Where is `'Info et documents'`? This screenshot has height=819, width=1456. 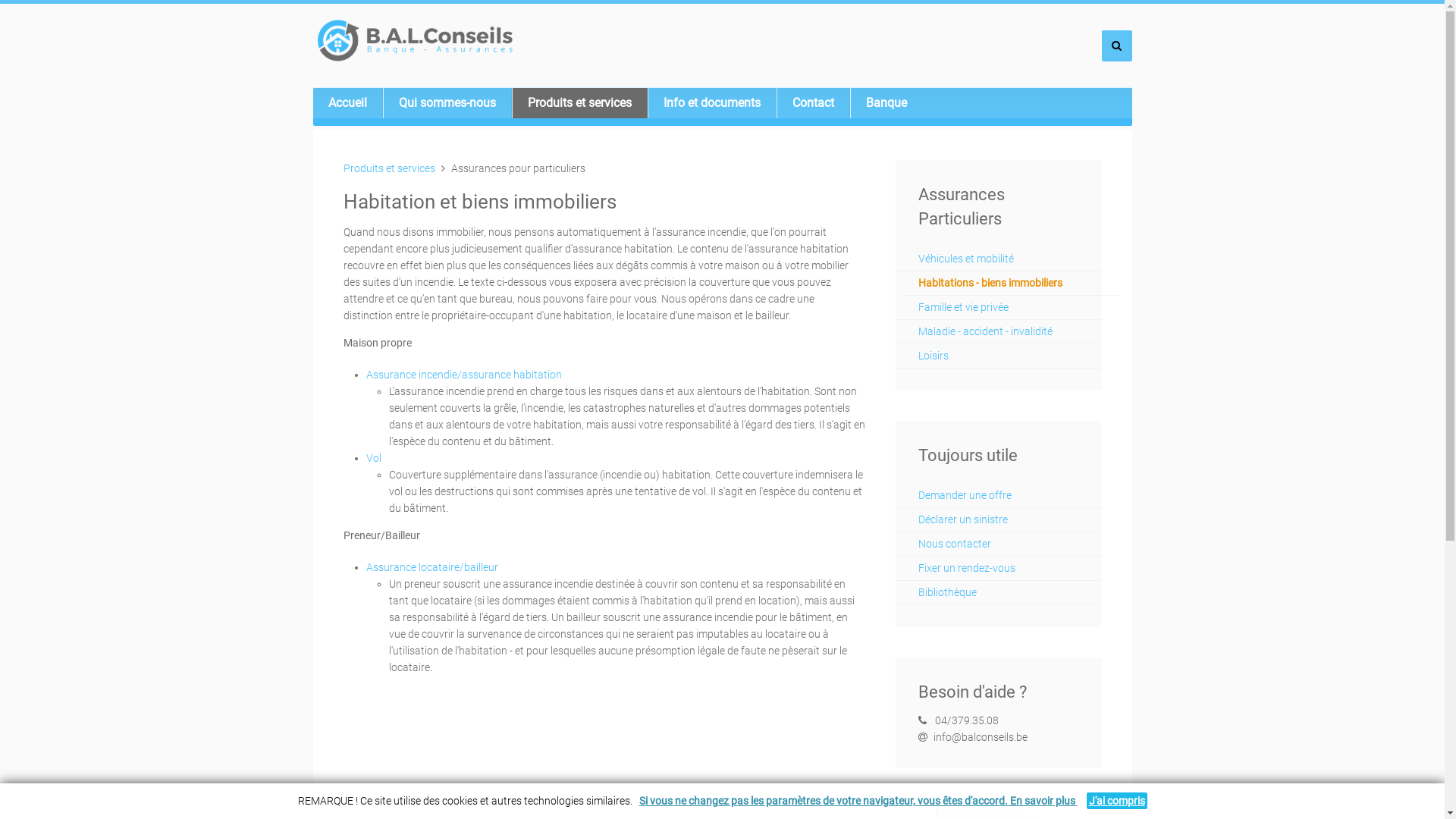 'Info et documents' is located at coordinates (648, 102).